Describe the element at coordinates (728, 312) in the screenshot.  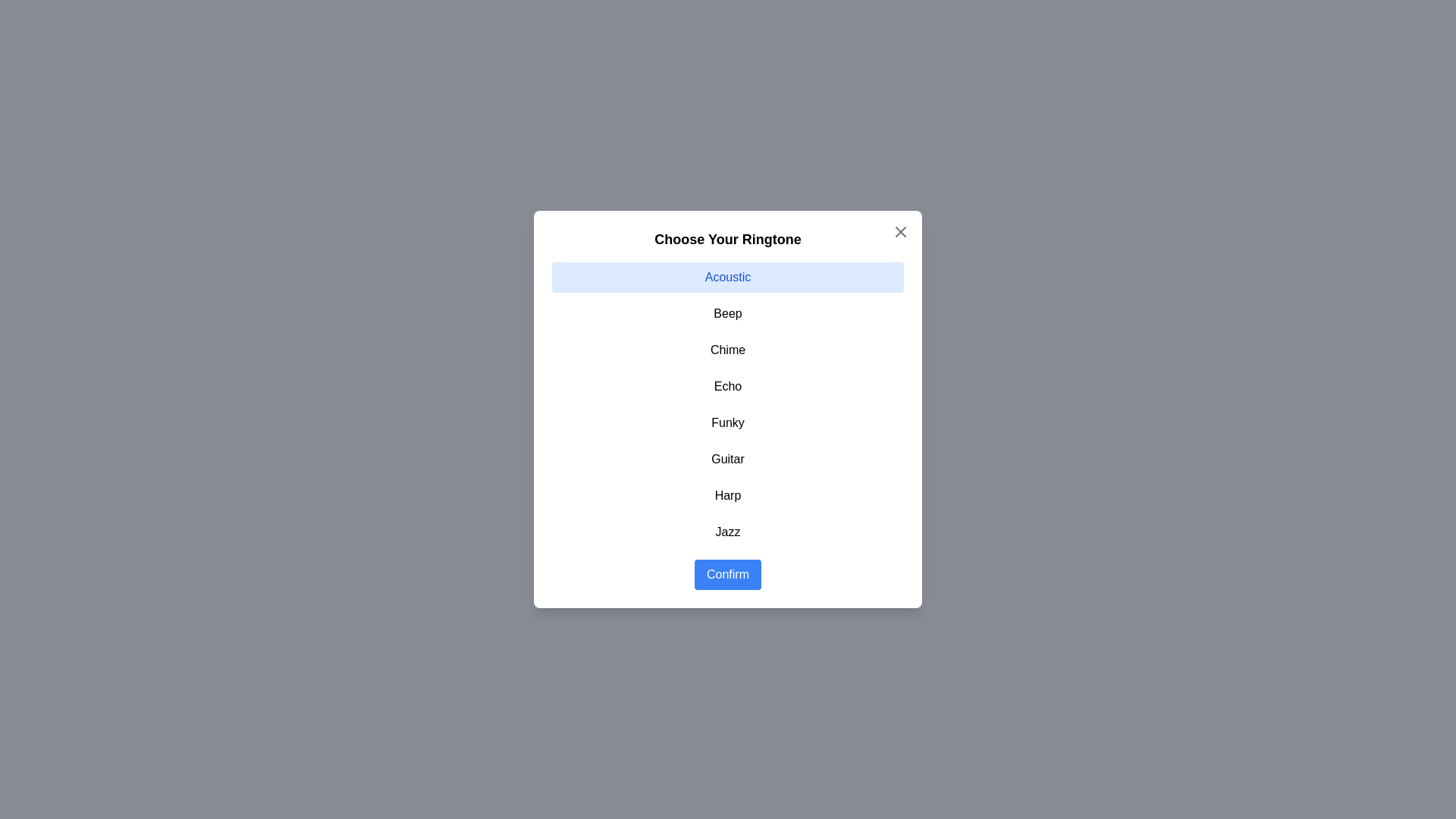
I see `the item Beep in the list` at that location.